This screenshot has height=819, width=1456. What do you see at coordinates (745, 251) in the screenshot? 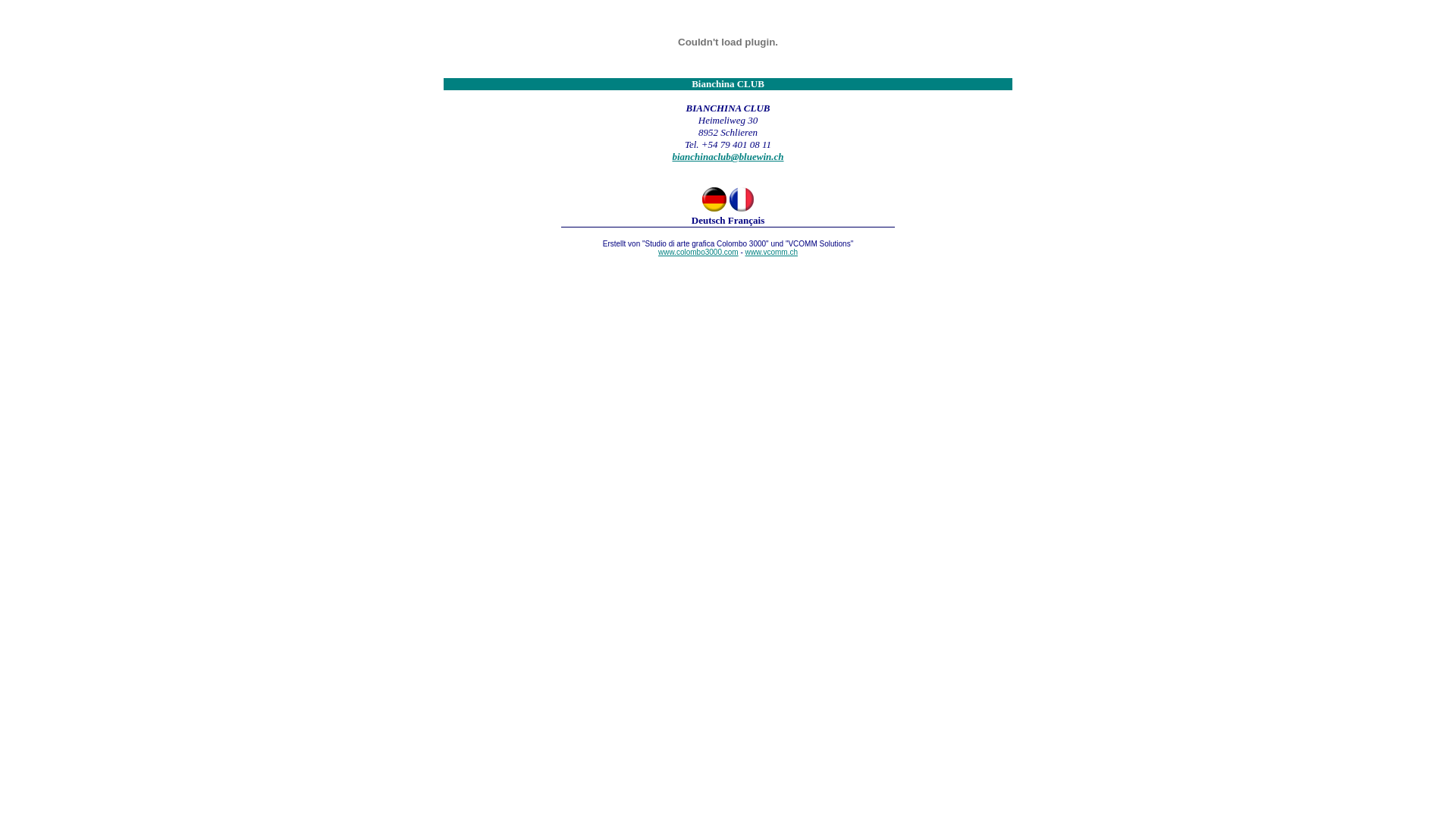
I see `'www.vcomm.ch'` at bounding box center [745, 251].